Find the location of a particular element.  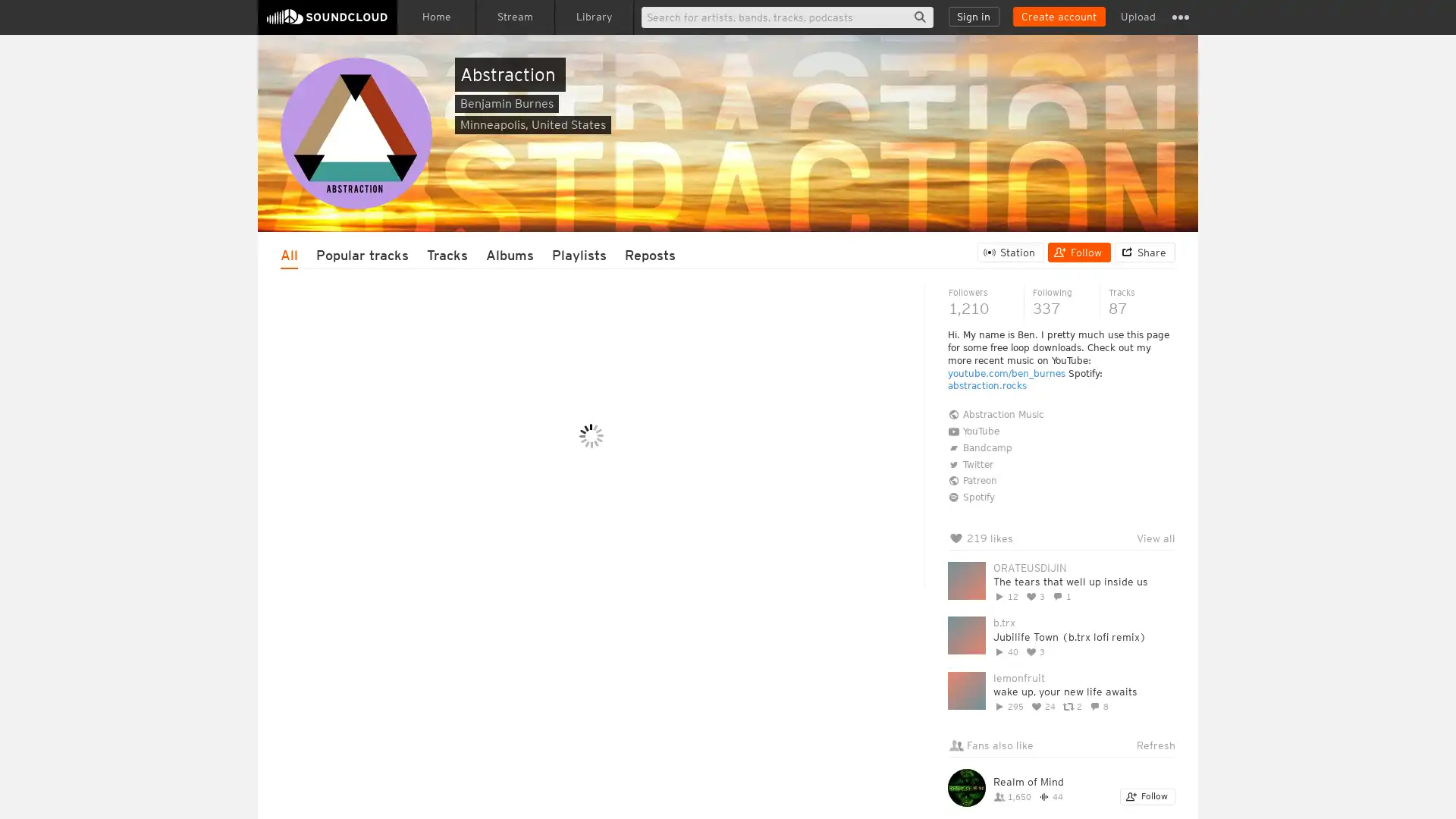

Search is located at coordinates (919, 17).